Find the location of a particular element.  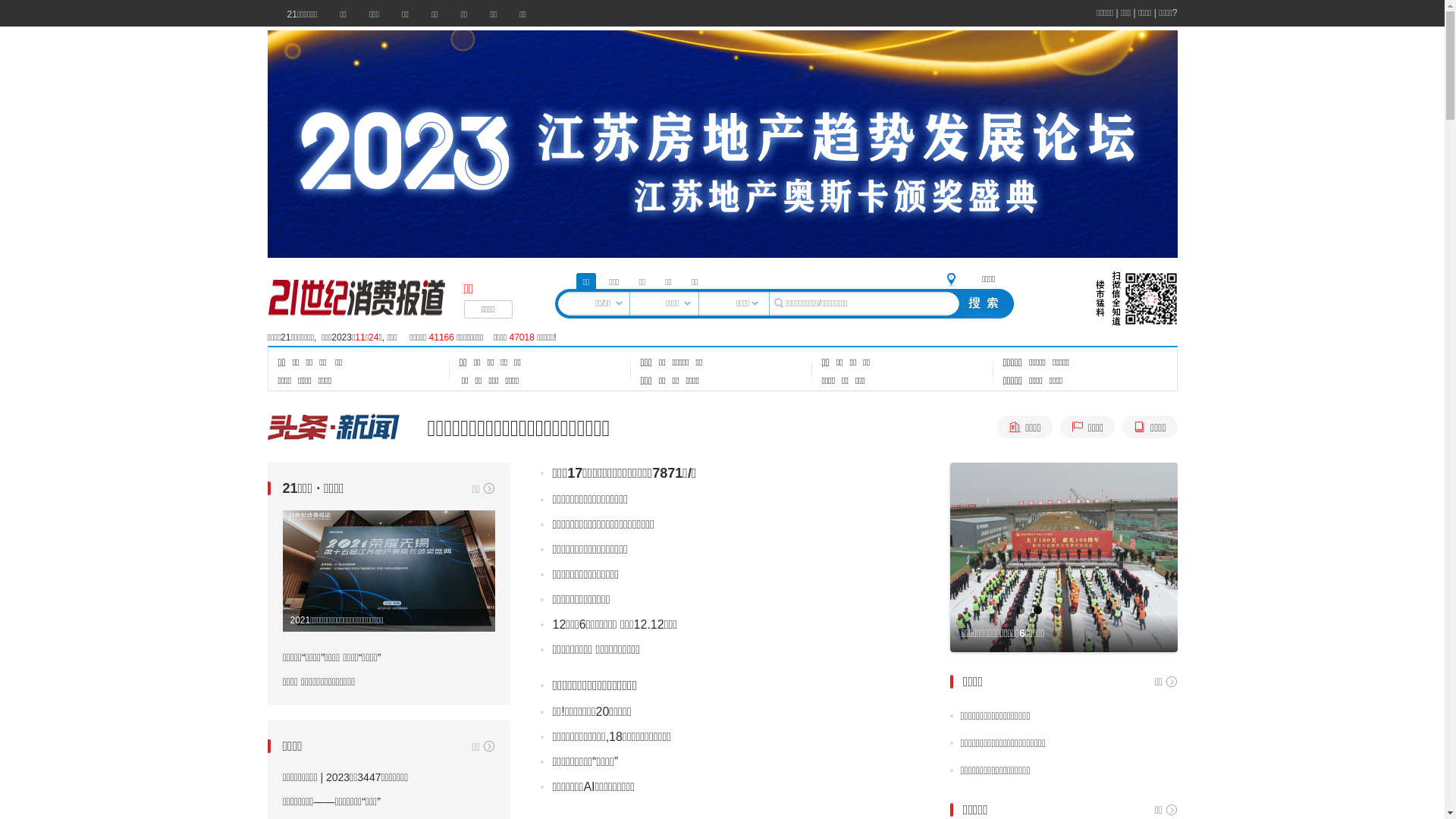

'5' is located at coordinates (1084, 609).